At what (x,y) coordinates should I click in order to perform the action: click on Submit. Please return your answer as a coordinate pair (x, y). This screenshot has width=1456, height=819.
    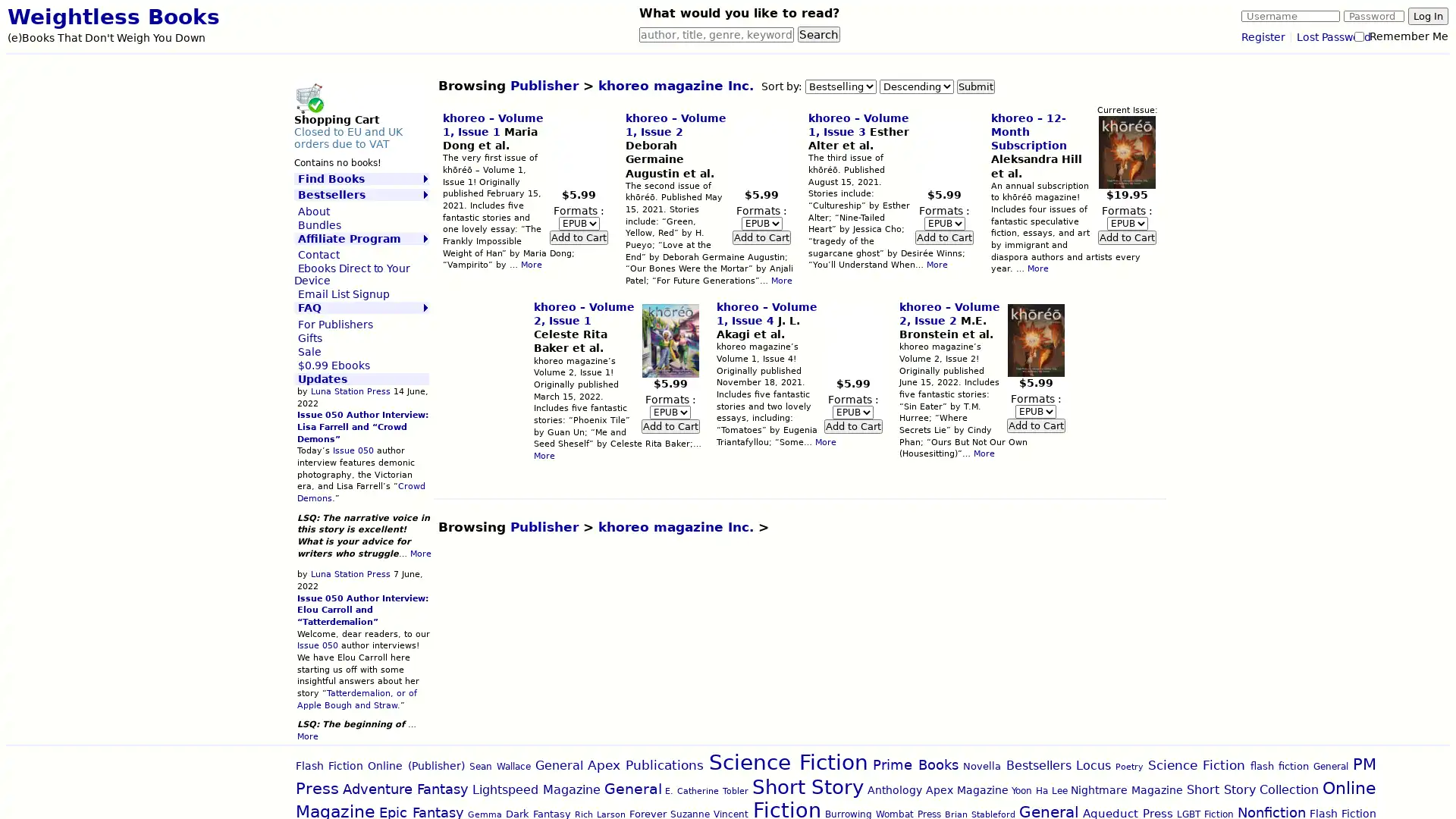
    Looking at the image, I should click on (975, 86).